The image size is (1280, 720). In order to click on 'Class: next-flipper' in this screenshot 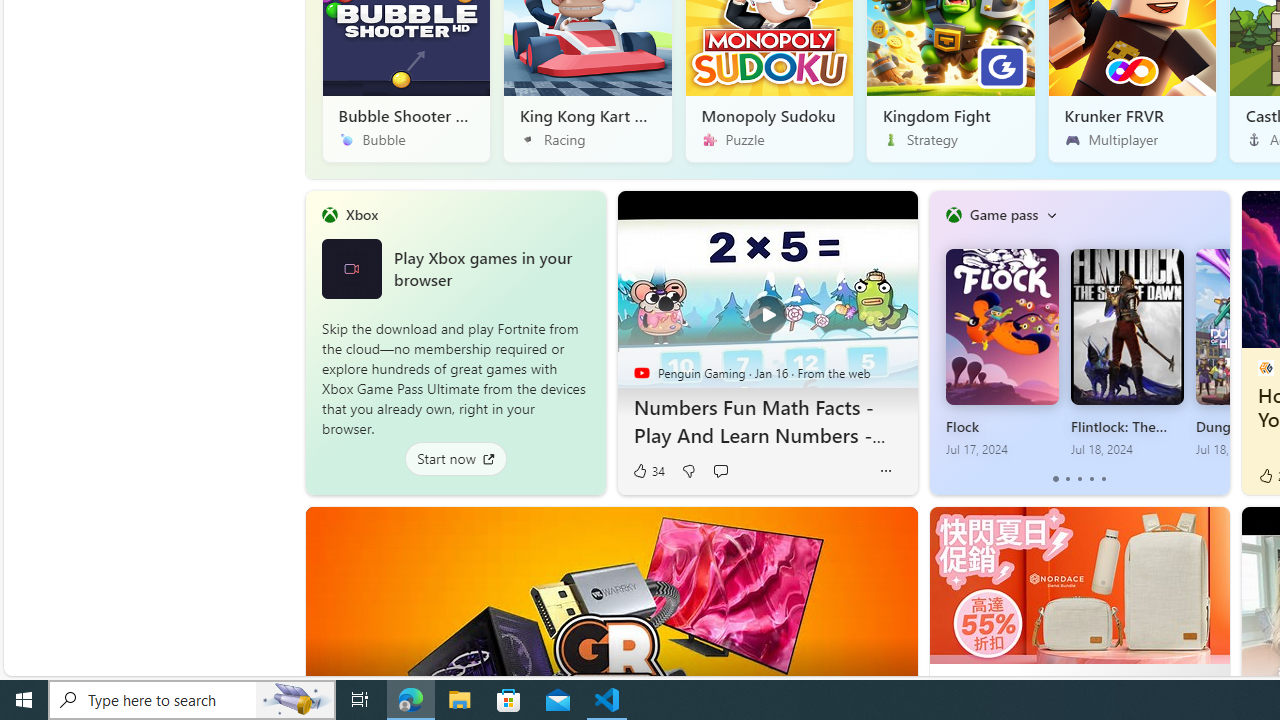, I will do `click(1218, 342)`.